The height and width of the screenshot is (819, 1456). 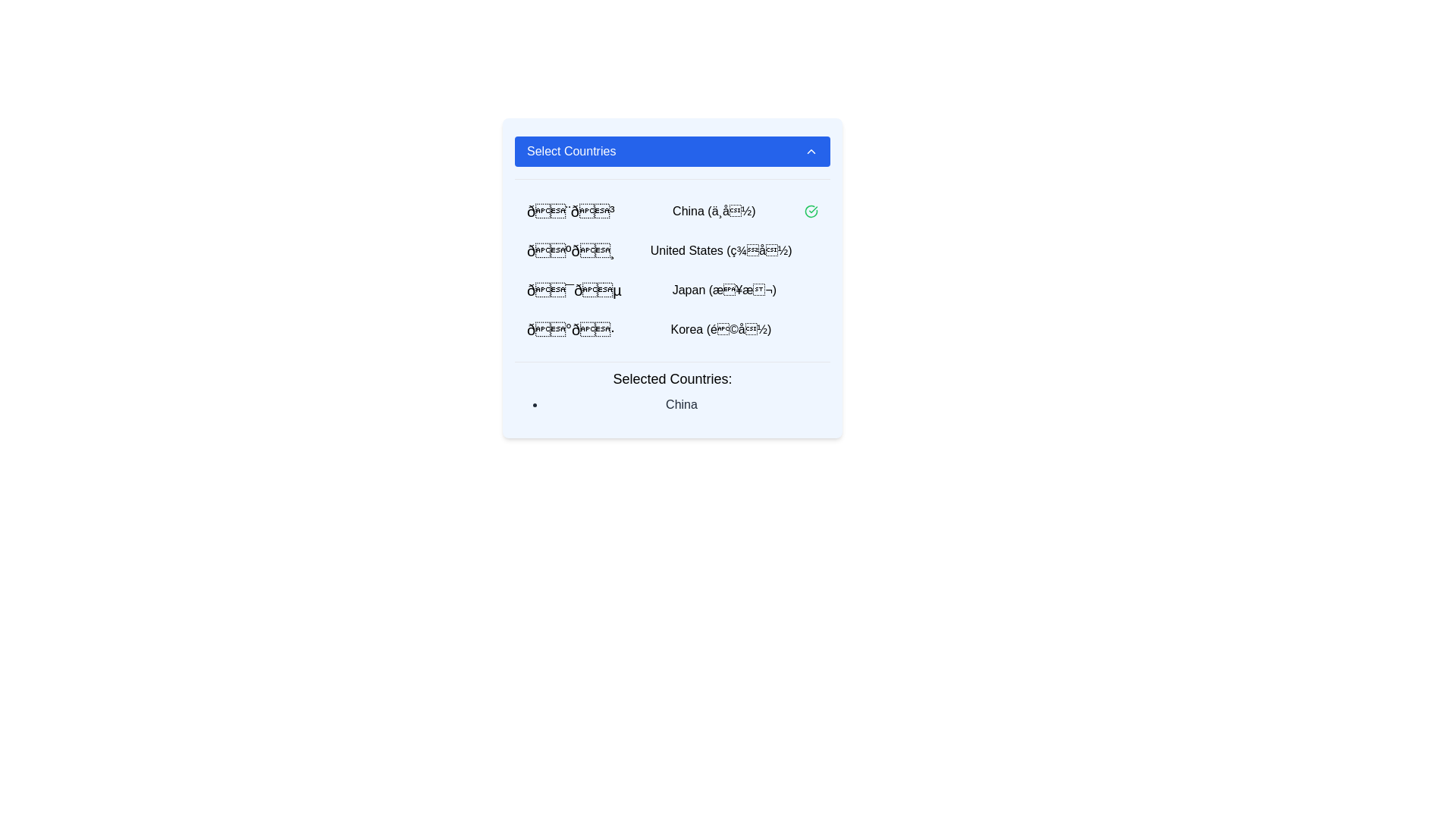 I want to click on the text label displaying 'United States (美國)', so click(x=720, y=250).